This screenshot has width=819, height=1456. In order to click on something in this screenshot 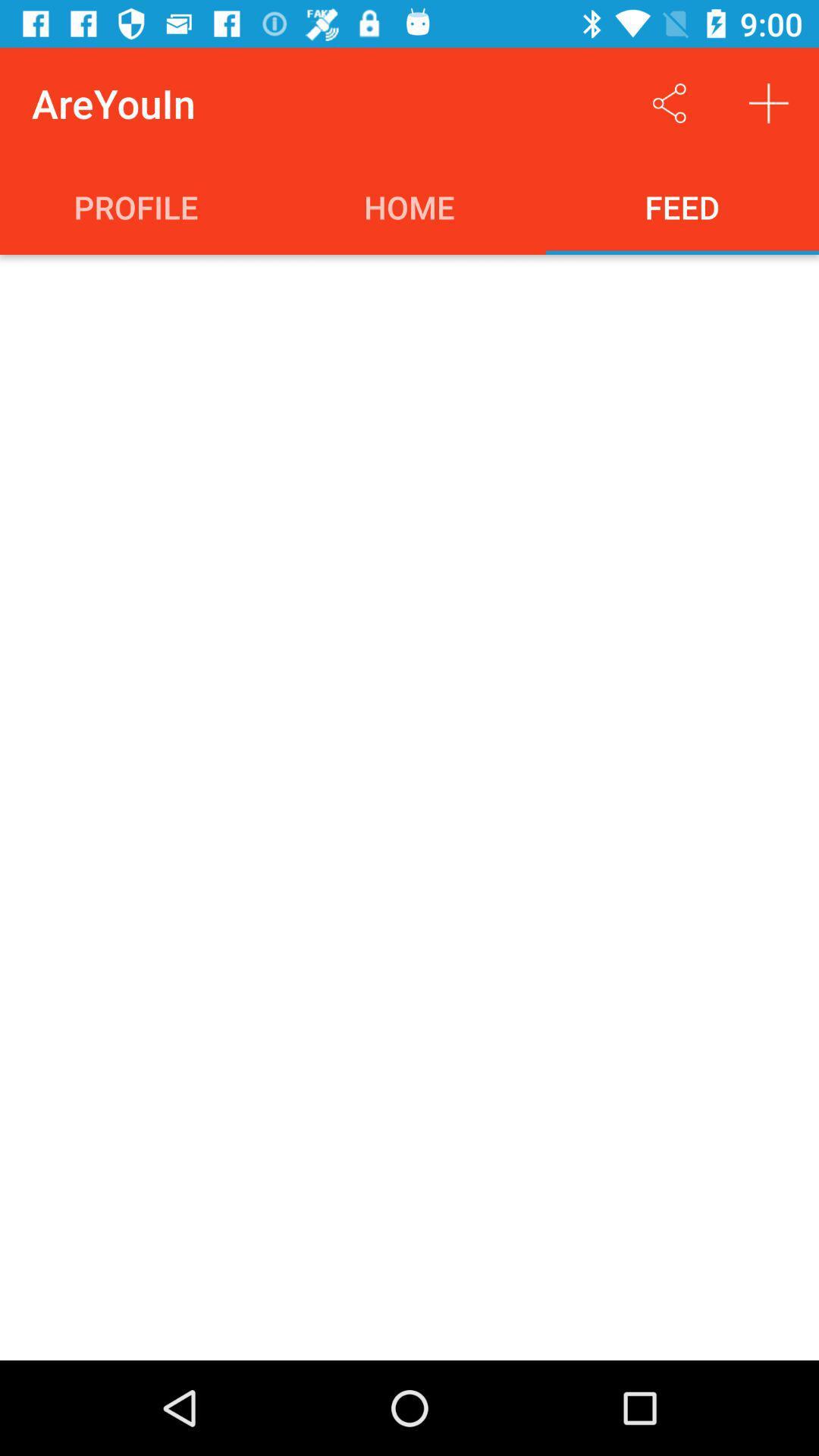, I will do `click(769, 102)`.